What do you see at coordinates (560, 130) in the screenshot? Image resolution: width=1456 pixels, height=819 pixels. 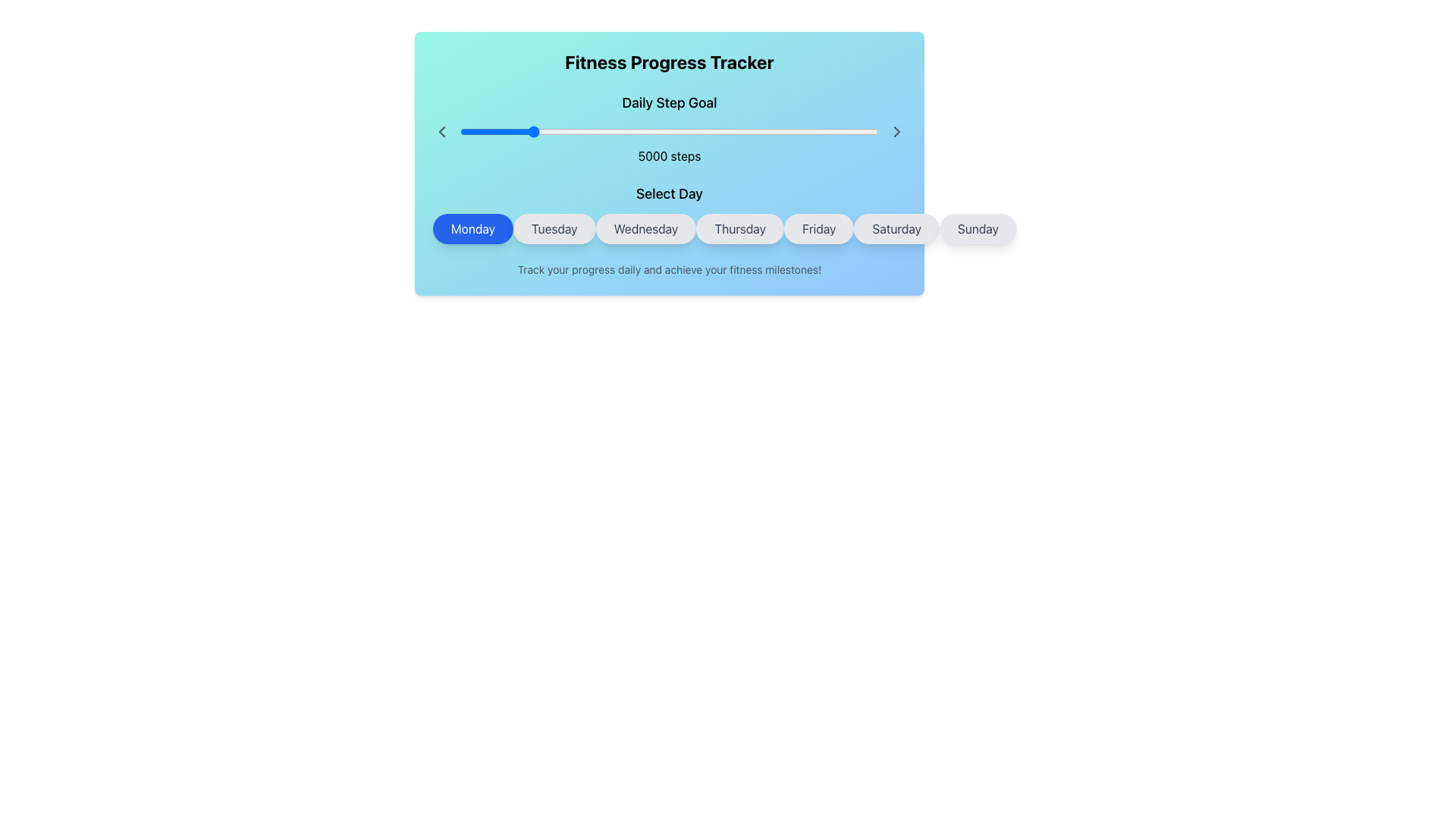 I see `the daily step goal slider` at bounding box center [560, 130].